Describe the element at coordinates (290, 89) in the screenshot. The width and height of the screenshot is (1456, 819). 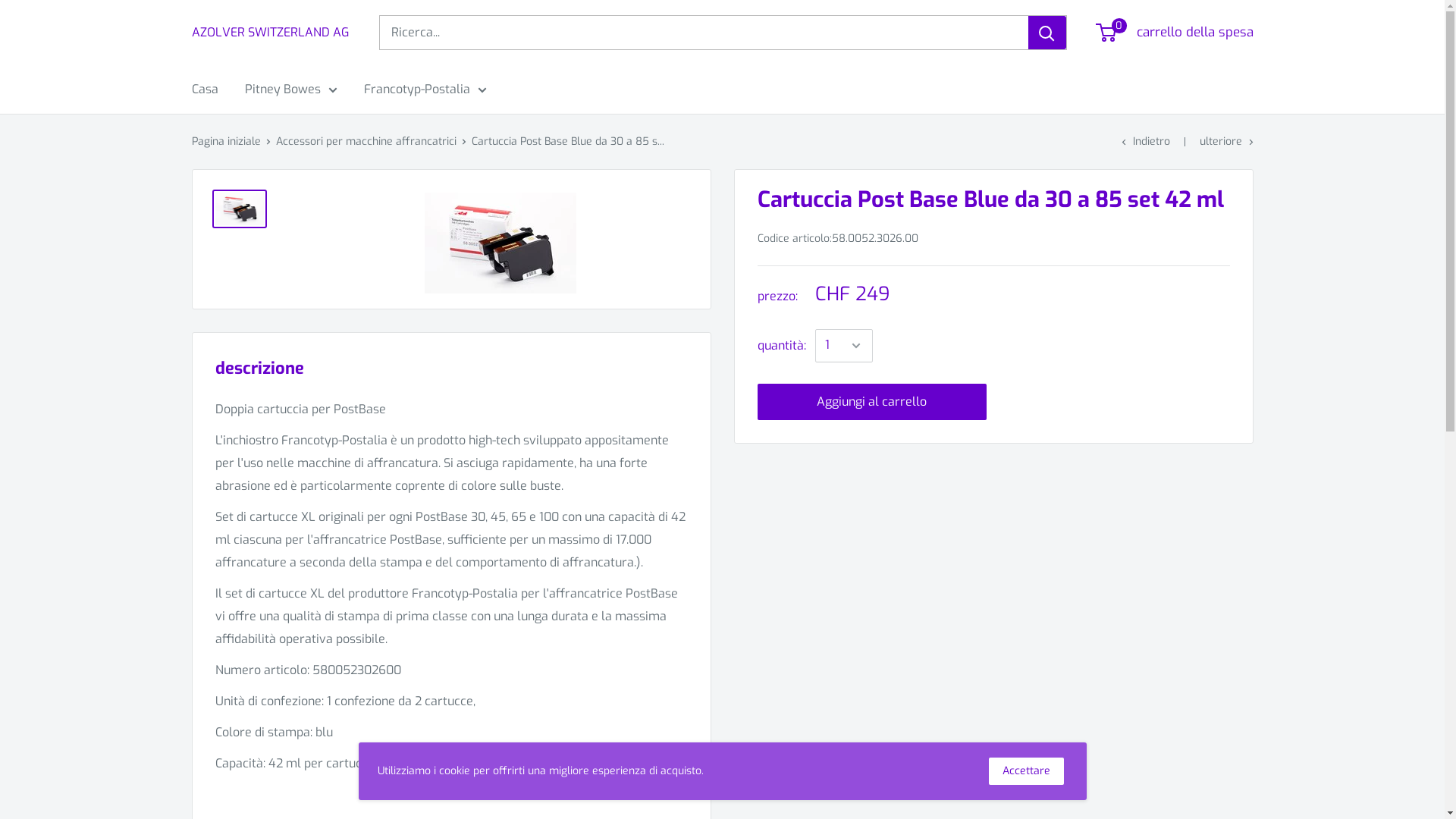
I see `'Pitney Bowes'` at that location.